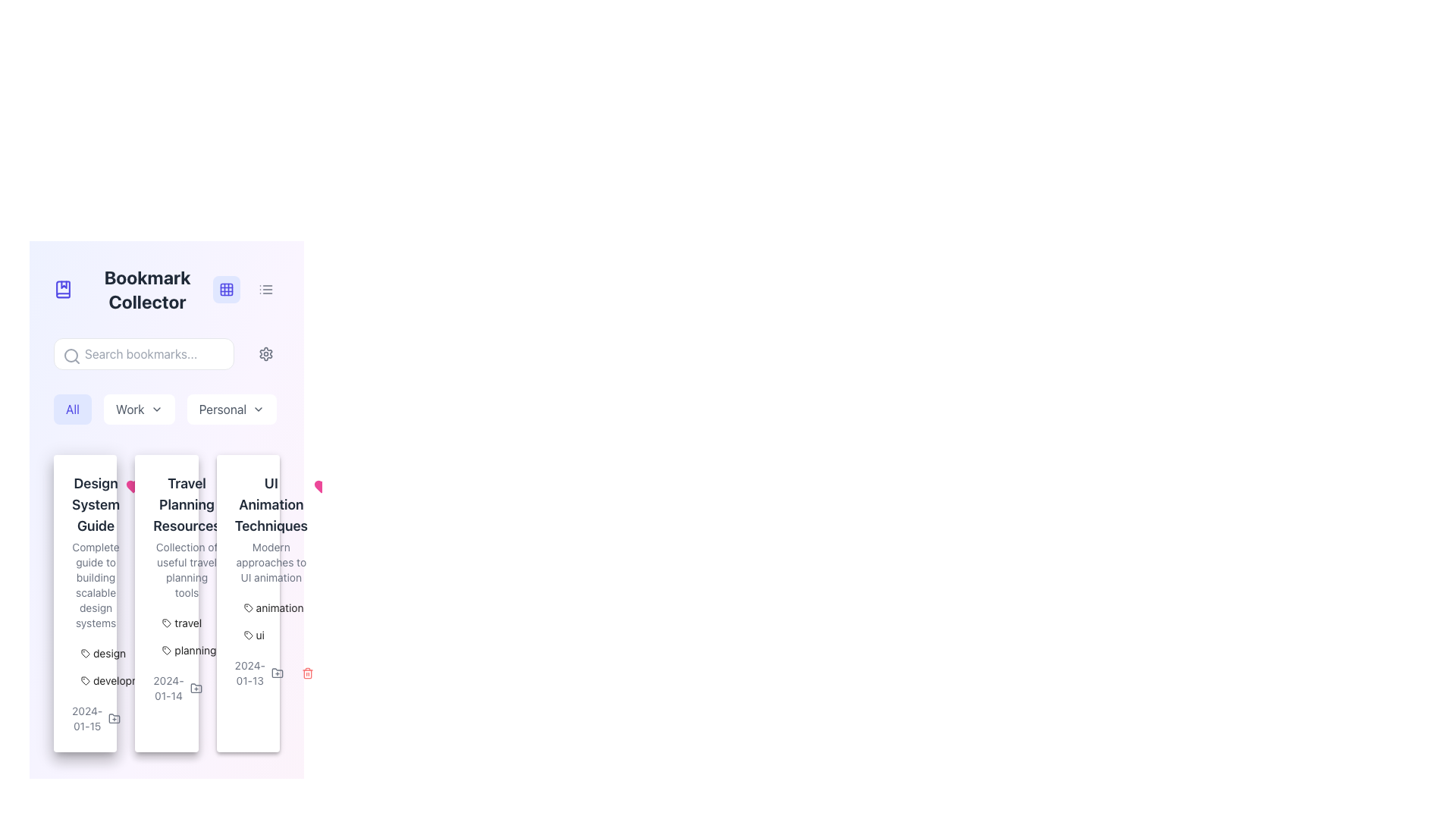  I want to click on the text label displaying the title 'Travel Planning Resources', which is centrally located within the second card of a horizontal list of cards, so click(186, 505).